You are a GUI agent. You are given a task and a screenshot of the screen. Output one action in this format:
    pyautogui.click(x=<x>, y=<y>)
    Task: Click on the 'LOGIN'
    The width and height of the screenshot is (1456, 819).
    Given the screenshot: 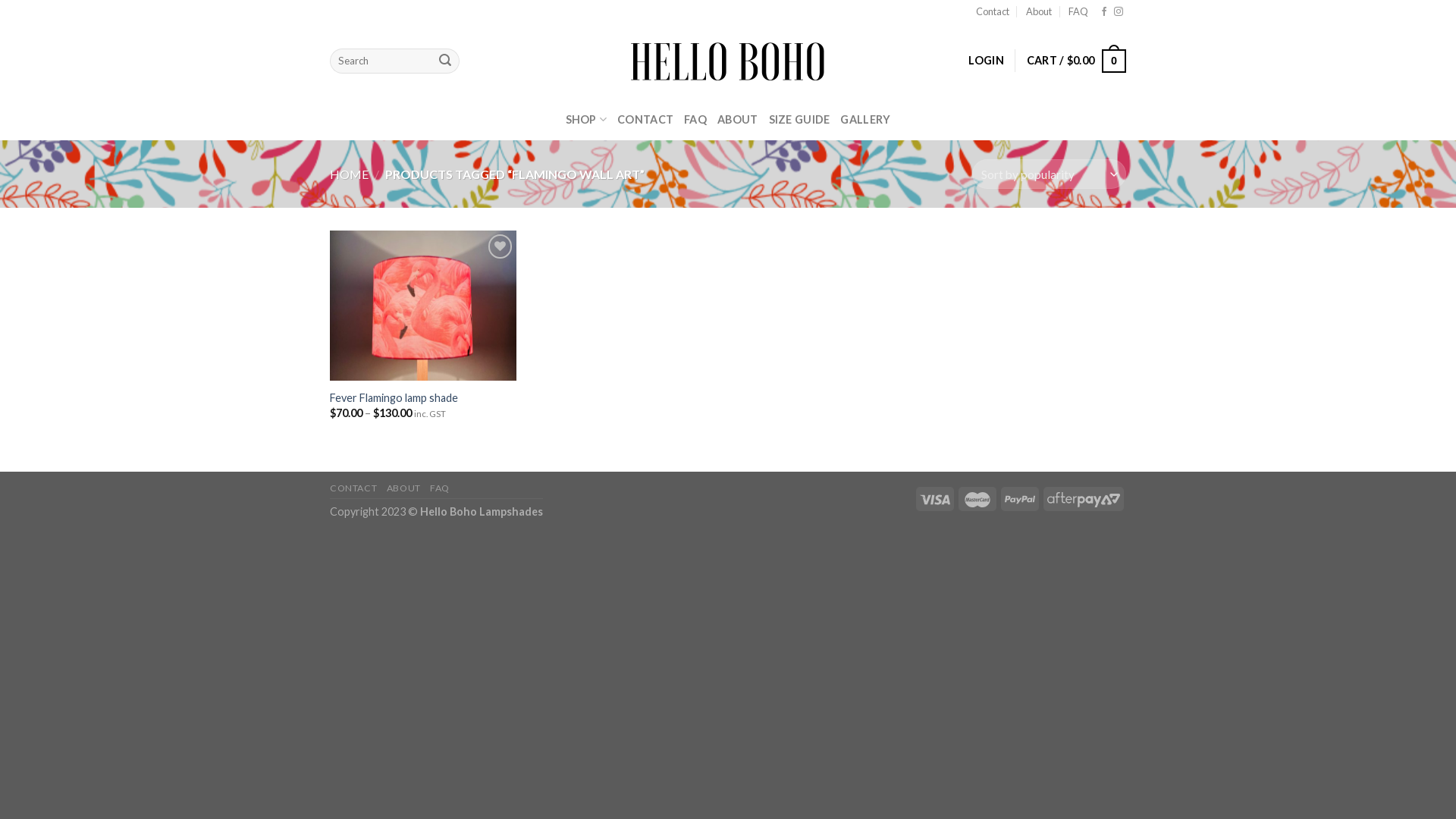 What is the action you would take?
    pyautogui.click(x=986, y=60)
    